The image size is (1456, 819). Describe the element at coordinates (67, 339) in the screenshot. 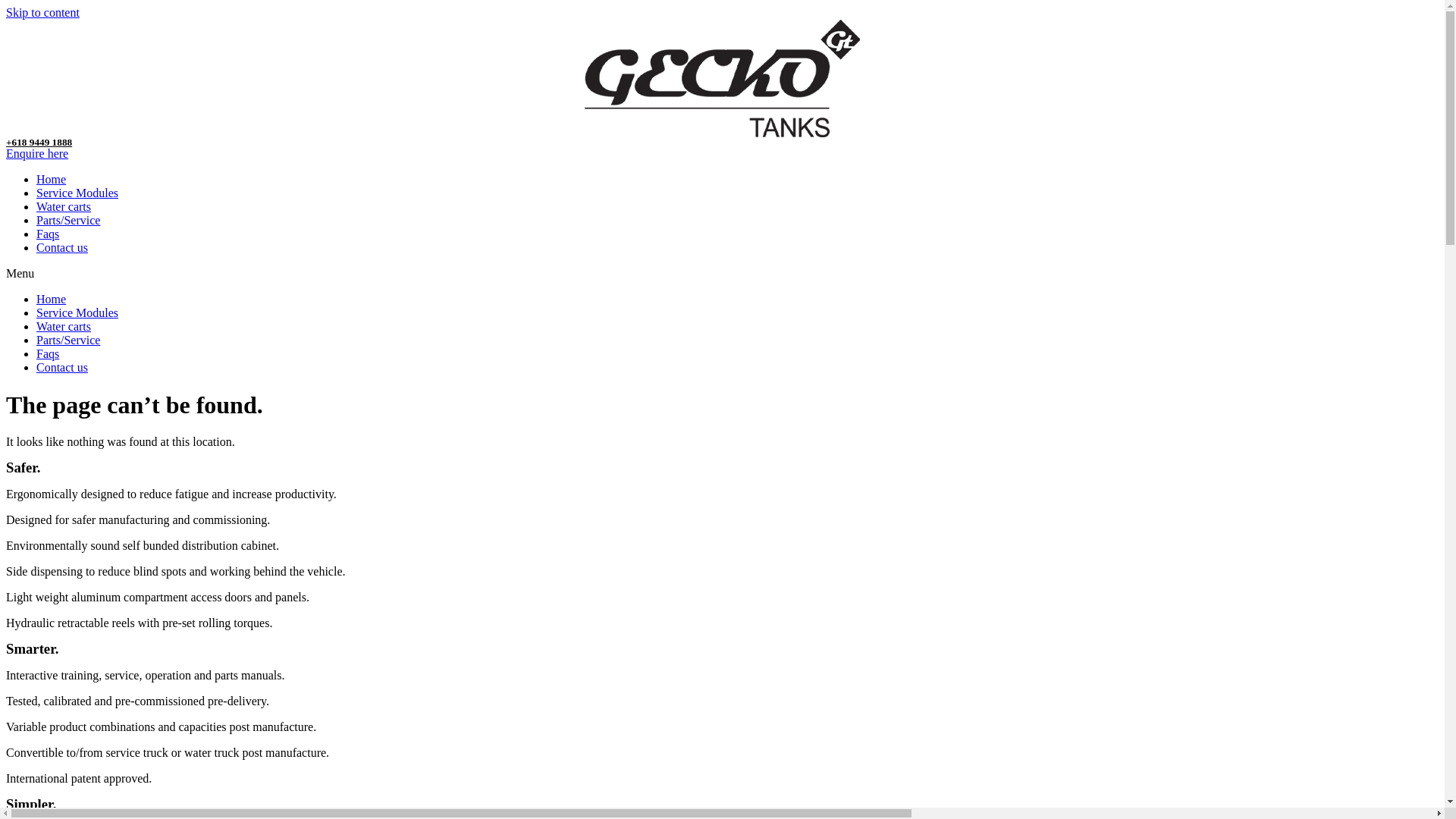

I see `'Parts/Service'` at that location.